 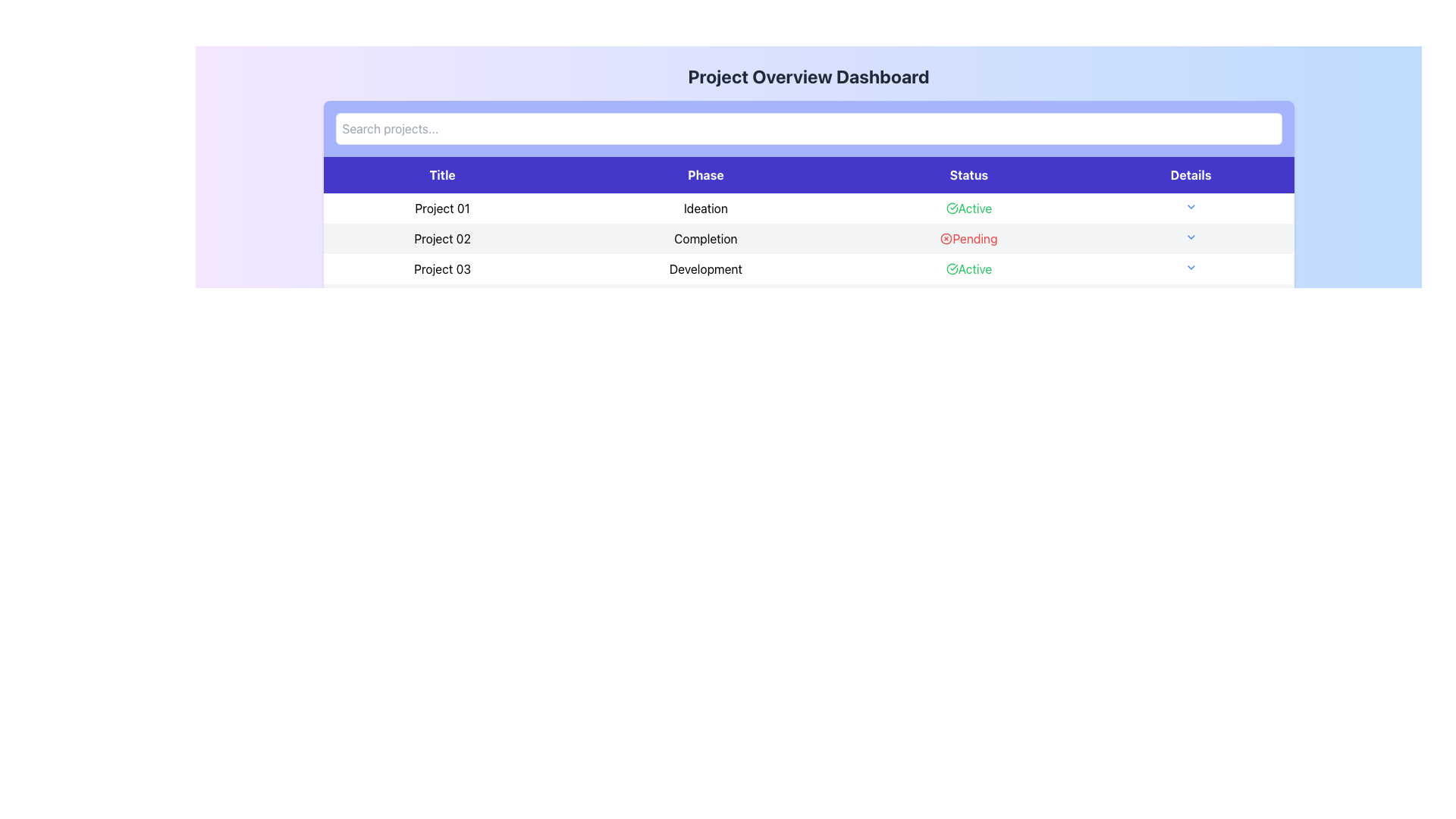 What do you see at coordinates (704, 239) in the screenshot?
I see `the text label indicating the current phase of 'Project 02' in the project's table, located in the second row under the 'Phase' column` at bounding box center [704, 239].